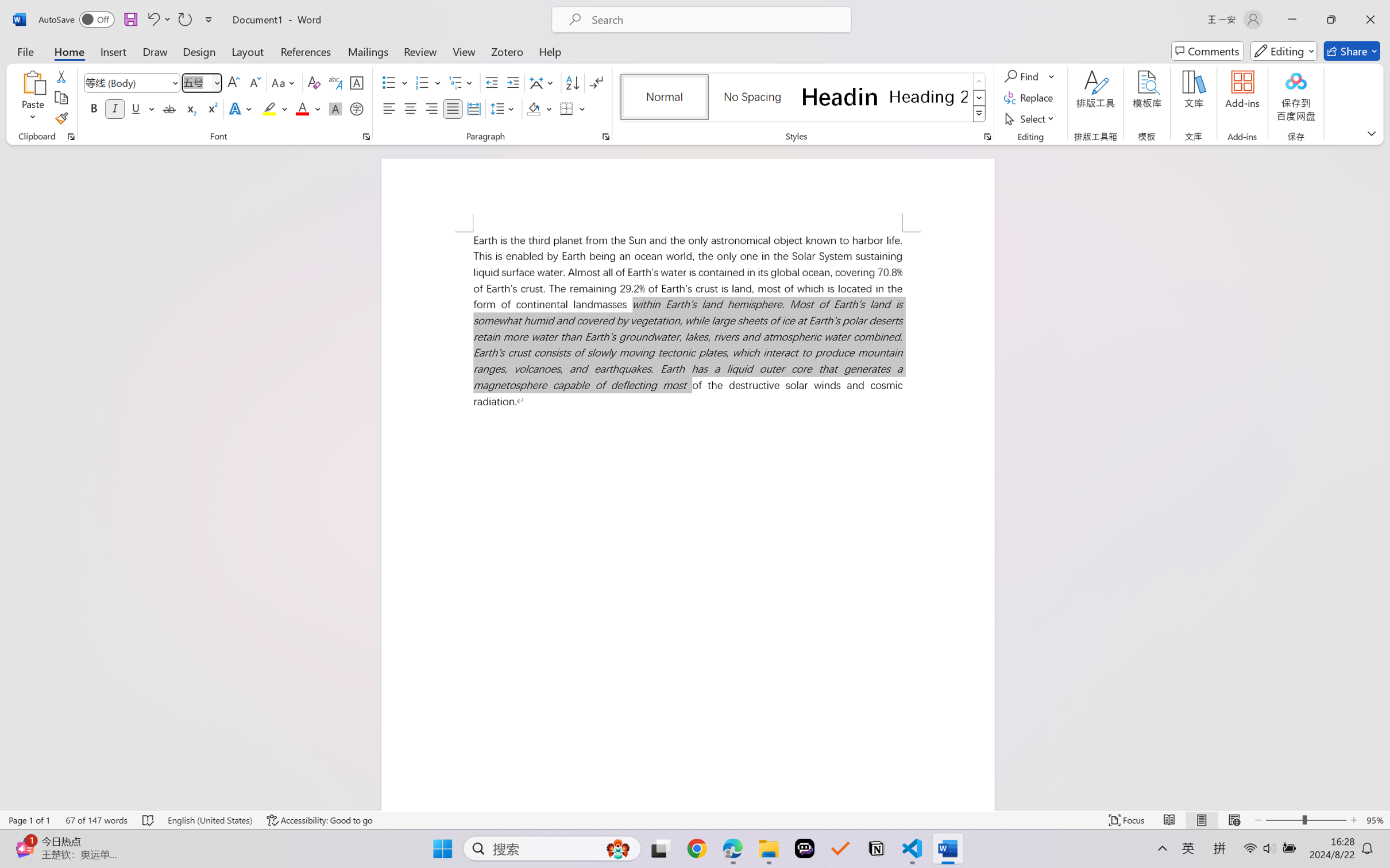 This screenshot has height=868, width=1390. I want to click on 'Undo Italic', so click(152, 19).